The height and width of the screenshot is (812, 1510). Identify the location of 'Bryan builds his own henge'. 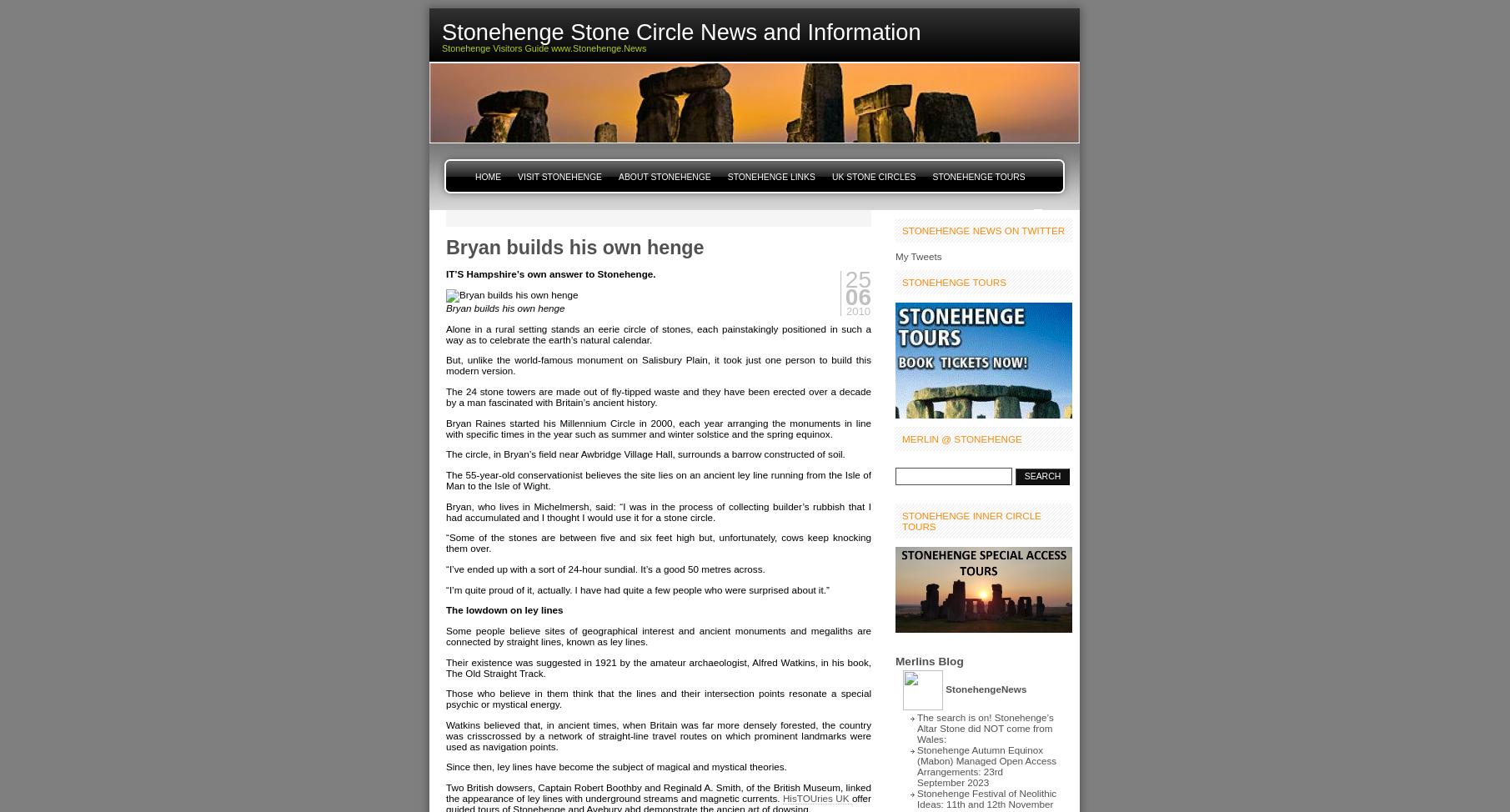
(444, 307).